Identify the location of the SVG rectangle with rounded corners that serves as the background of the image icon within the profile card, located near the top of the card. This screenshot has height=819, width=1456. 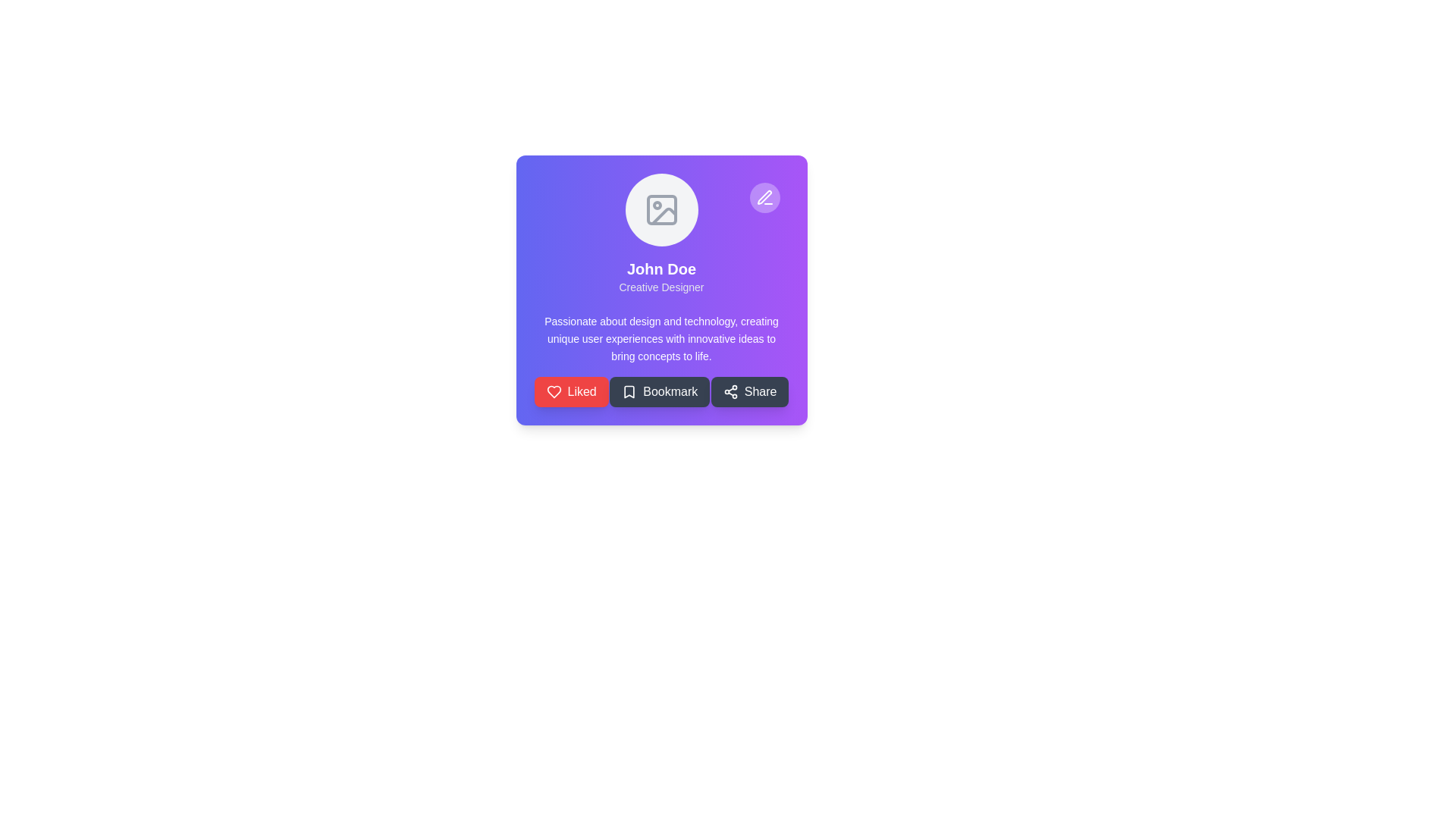
(661, 210).